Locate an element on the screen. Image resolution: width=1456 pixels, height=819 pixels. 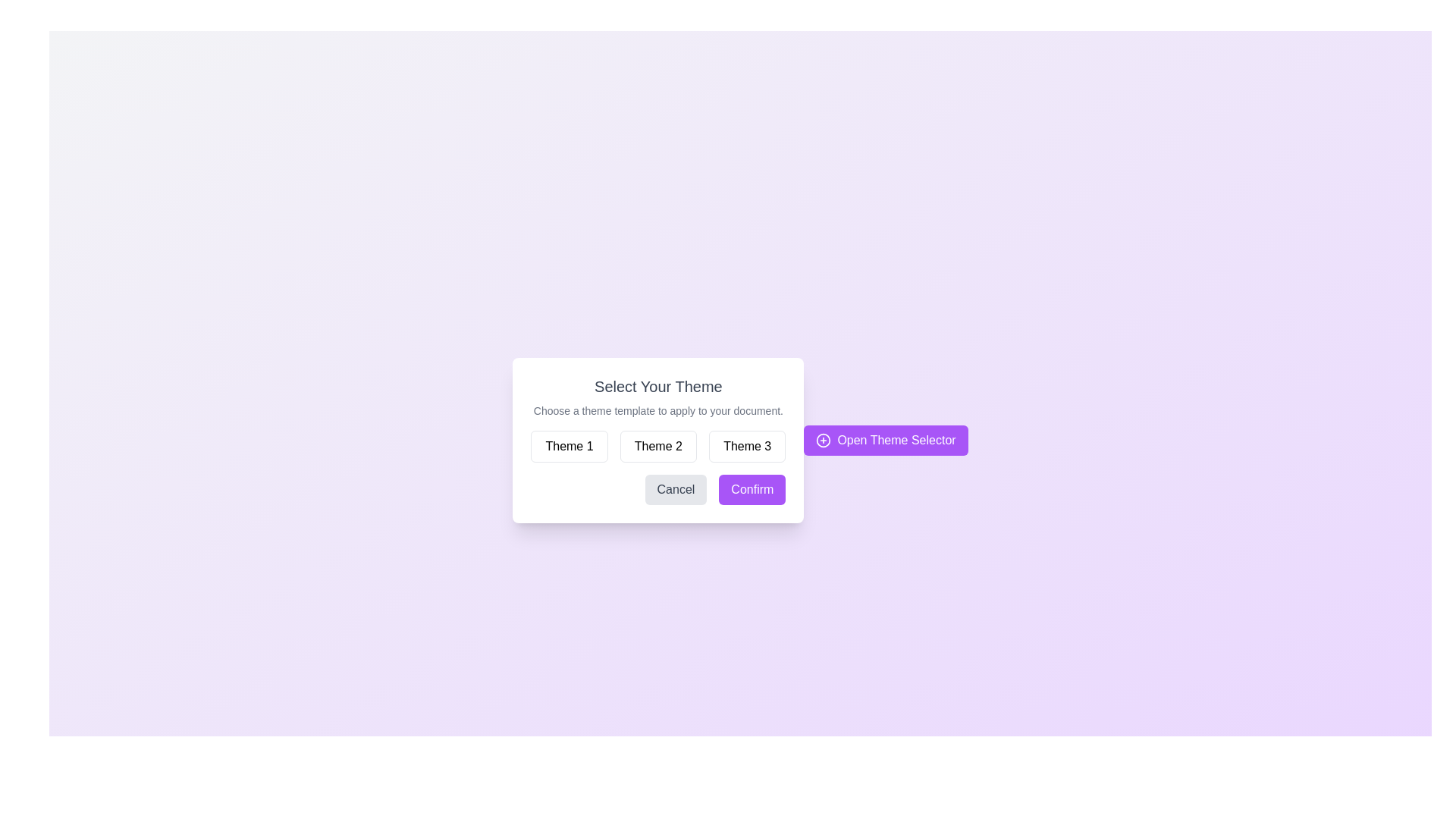
the confirmation button located at the bottom-right corner of the modal dialog is located at coordinates (752, 489).